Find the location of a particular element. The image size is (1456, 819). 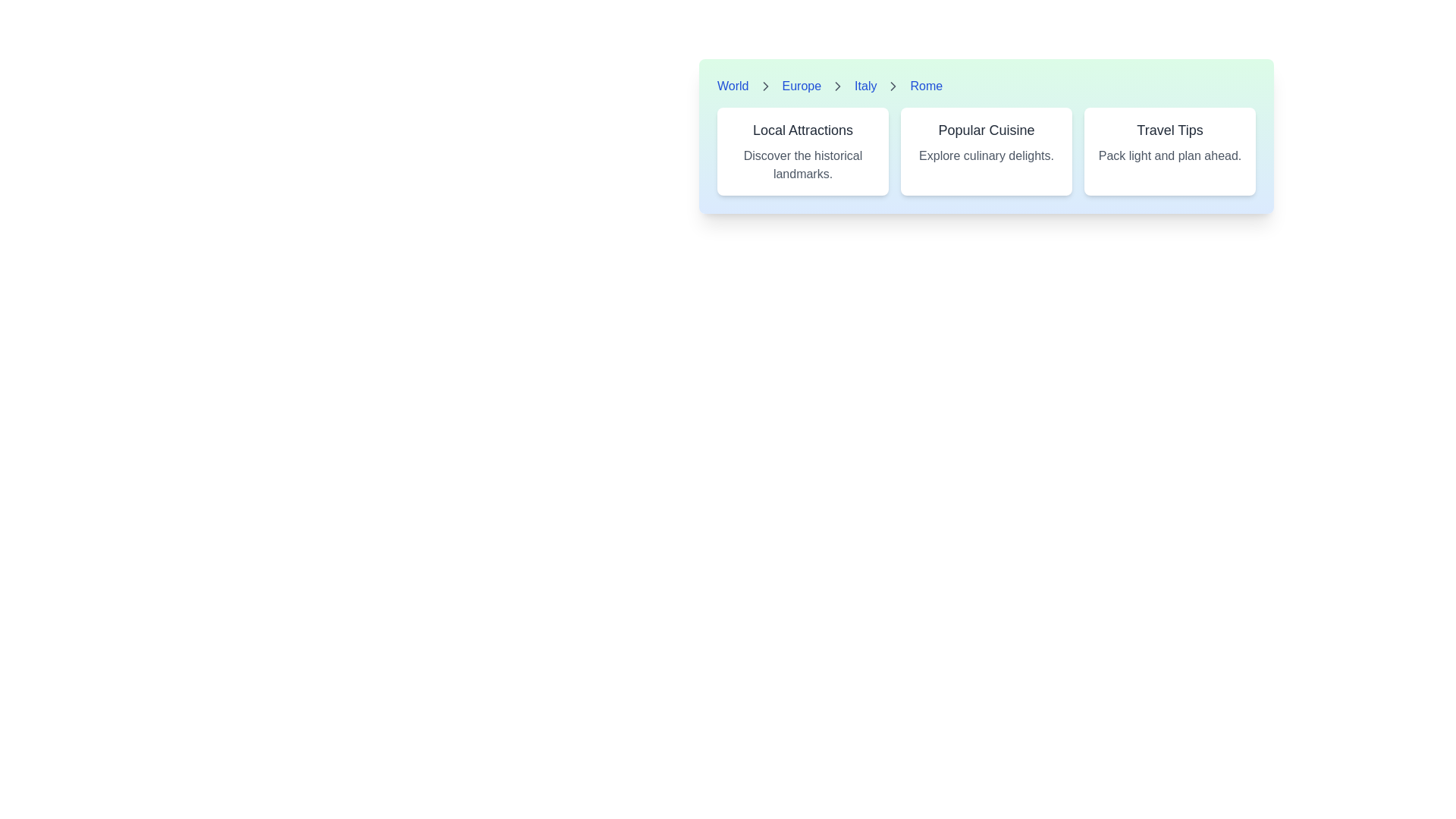

the chevron icon located in the breadcrumb navigation bar to the right of 'Italy' and before 'Rome' is located at coordinates (837, 86).